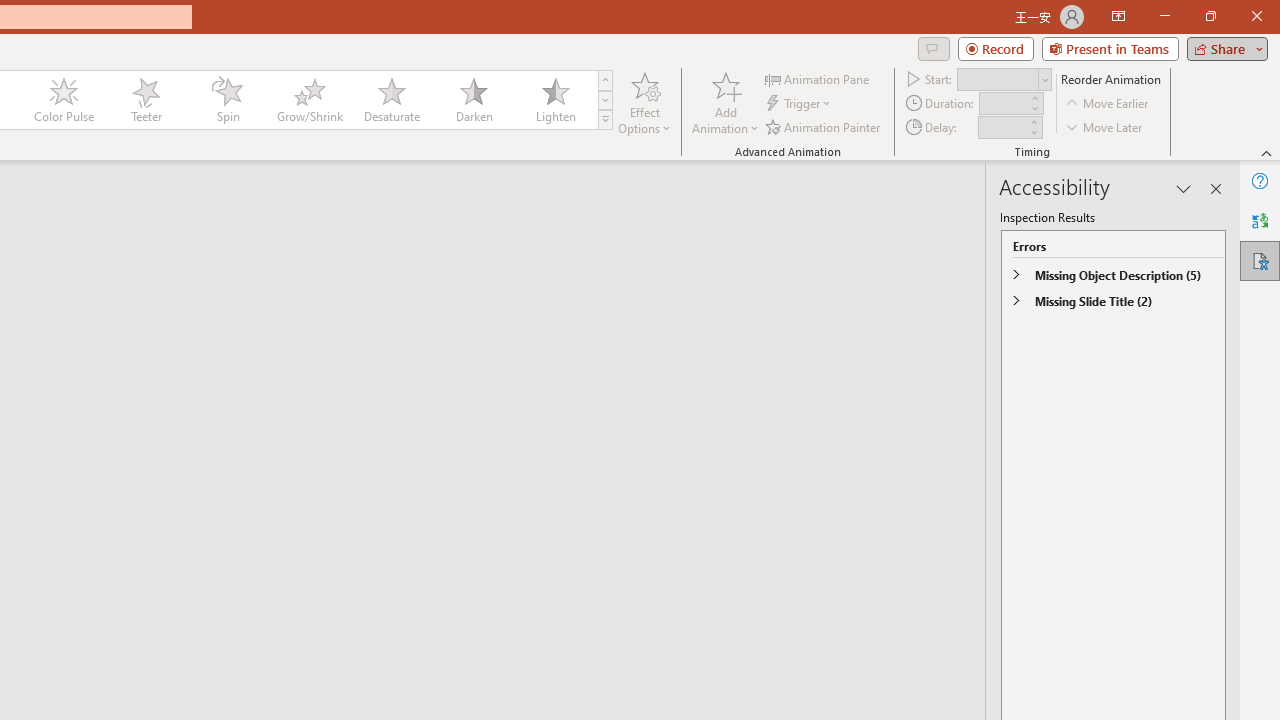 The height and width of the screenshot is (720, 1280). Describe the element at coordinates (605, 119) in the screenshot. I see `'Class: NetUIImage'` at that location.